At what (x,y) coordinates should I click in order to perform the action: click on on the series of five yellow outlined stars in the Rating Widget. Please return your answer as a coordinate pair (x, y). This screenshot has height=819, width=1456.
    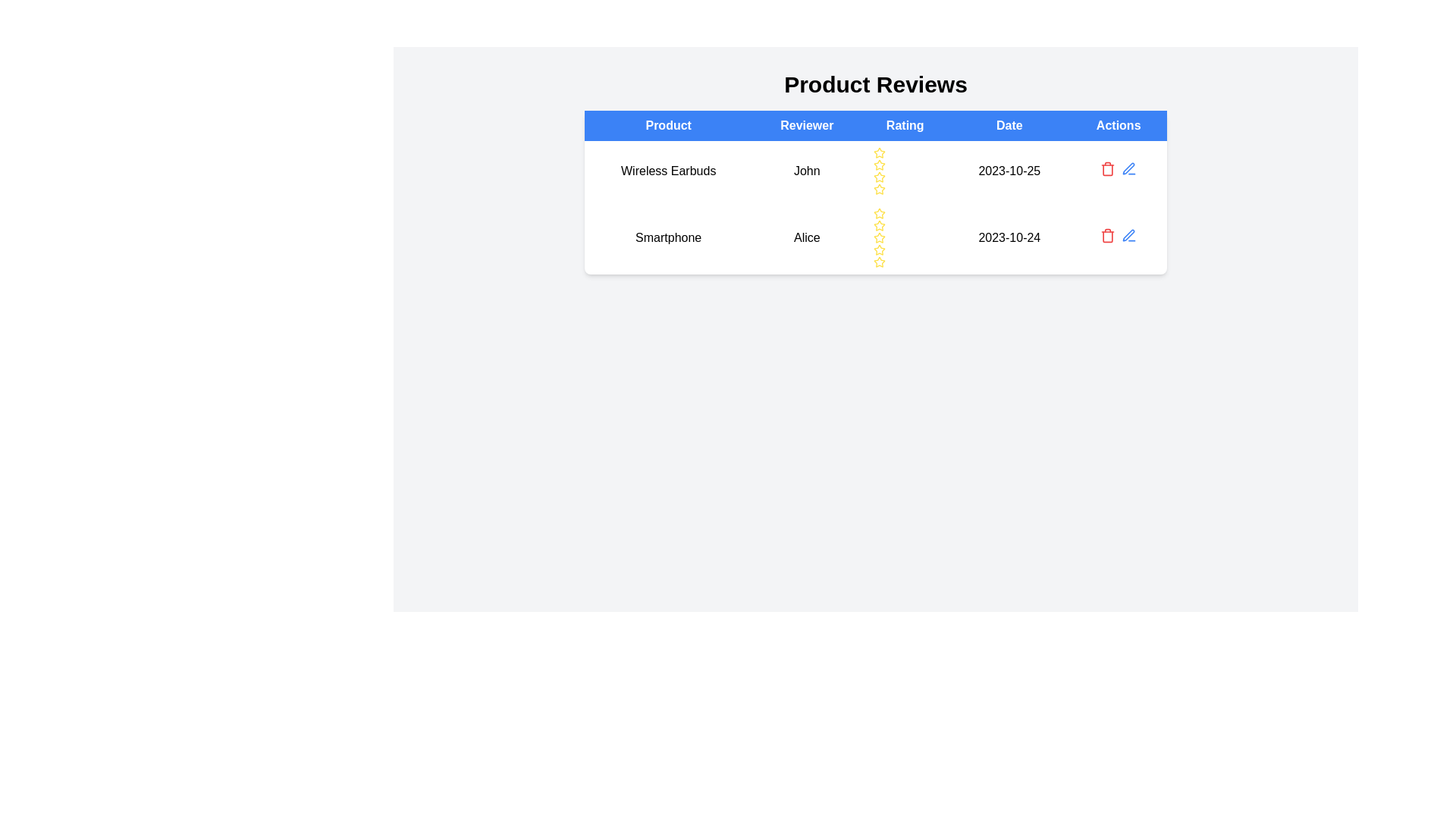
    Looking at the image, I should click on (905, 237).